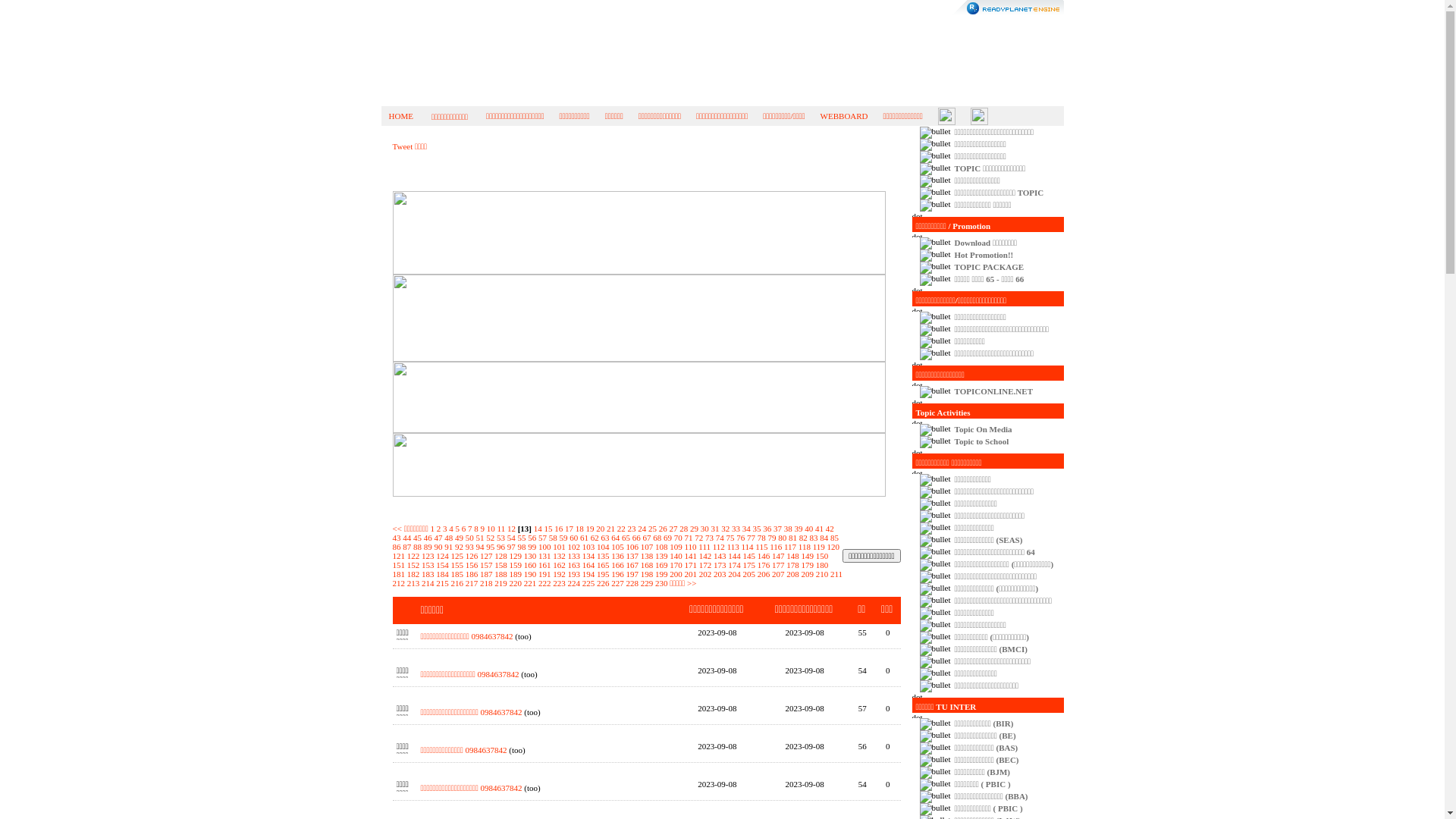  Describe the element at coordinates (604, 537) in the screenshot. I see `'63'` at that location.